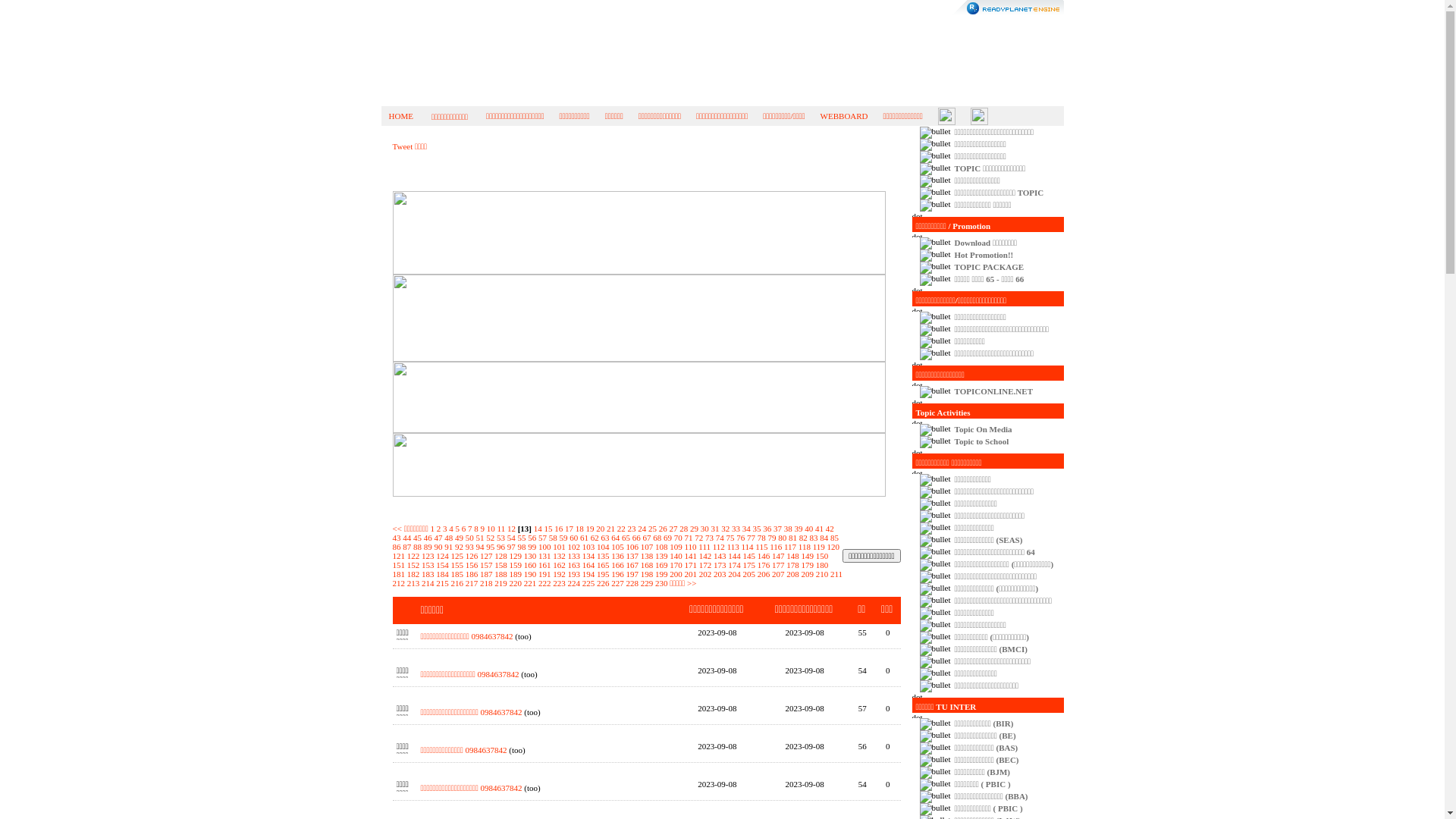  Describe the element at coordinates (604, 537) in the screenshot. I see `'63'` at that location.